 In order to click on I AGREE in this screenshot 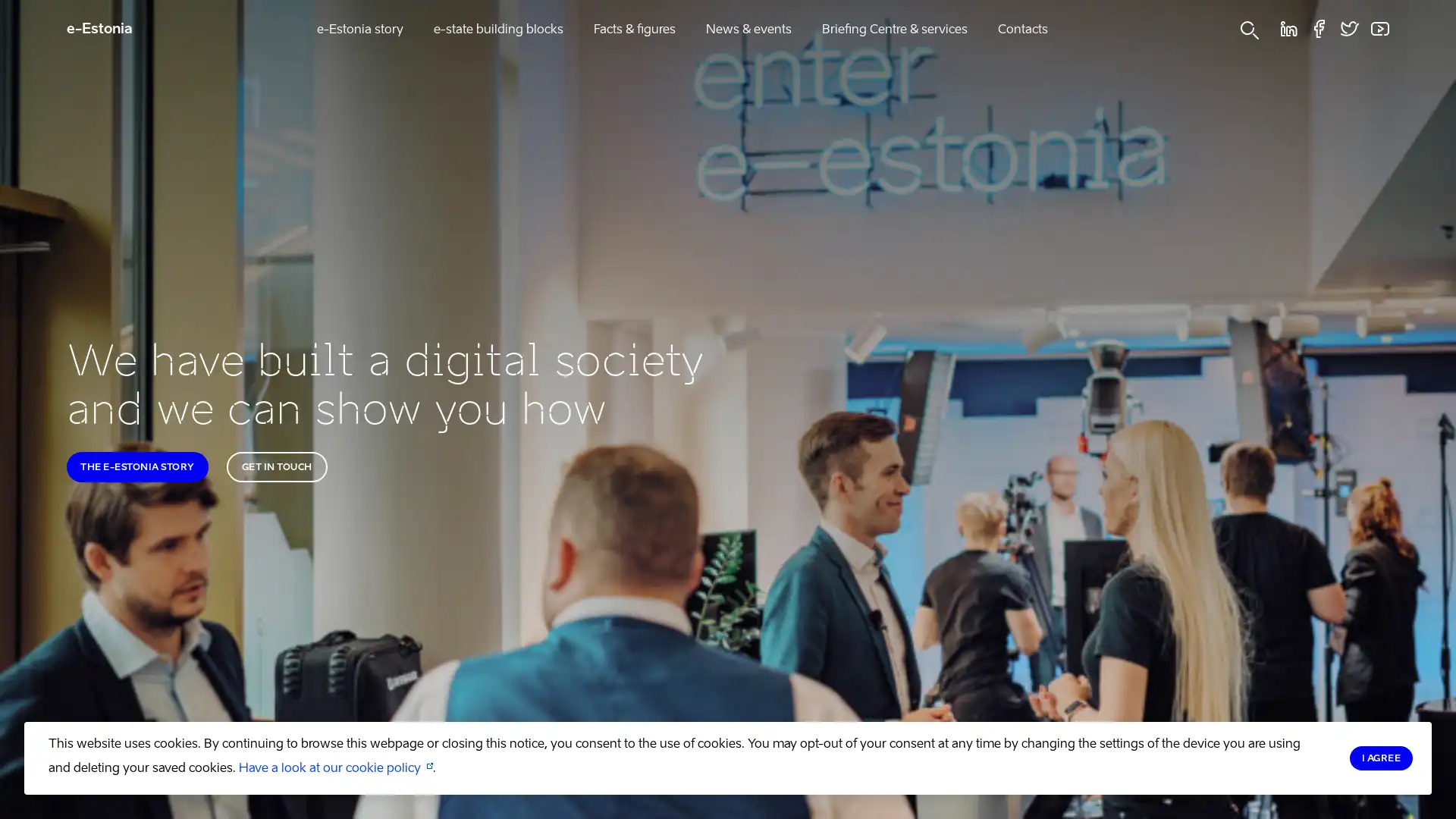, I will do `click(1380, 758)`.